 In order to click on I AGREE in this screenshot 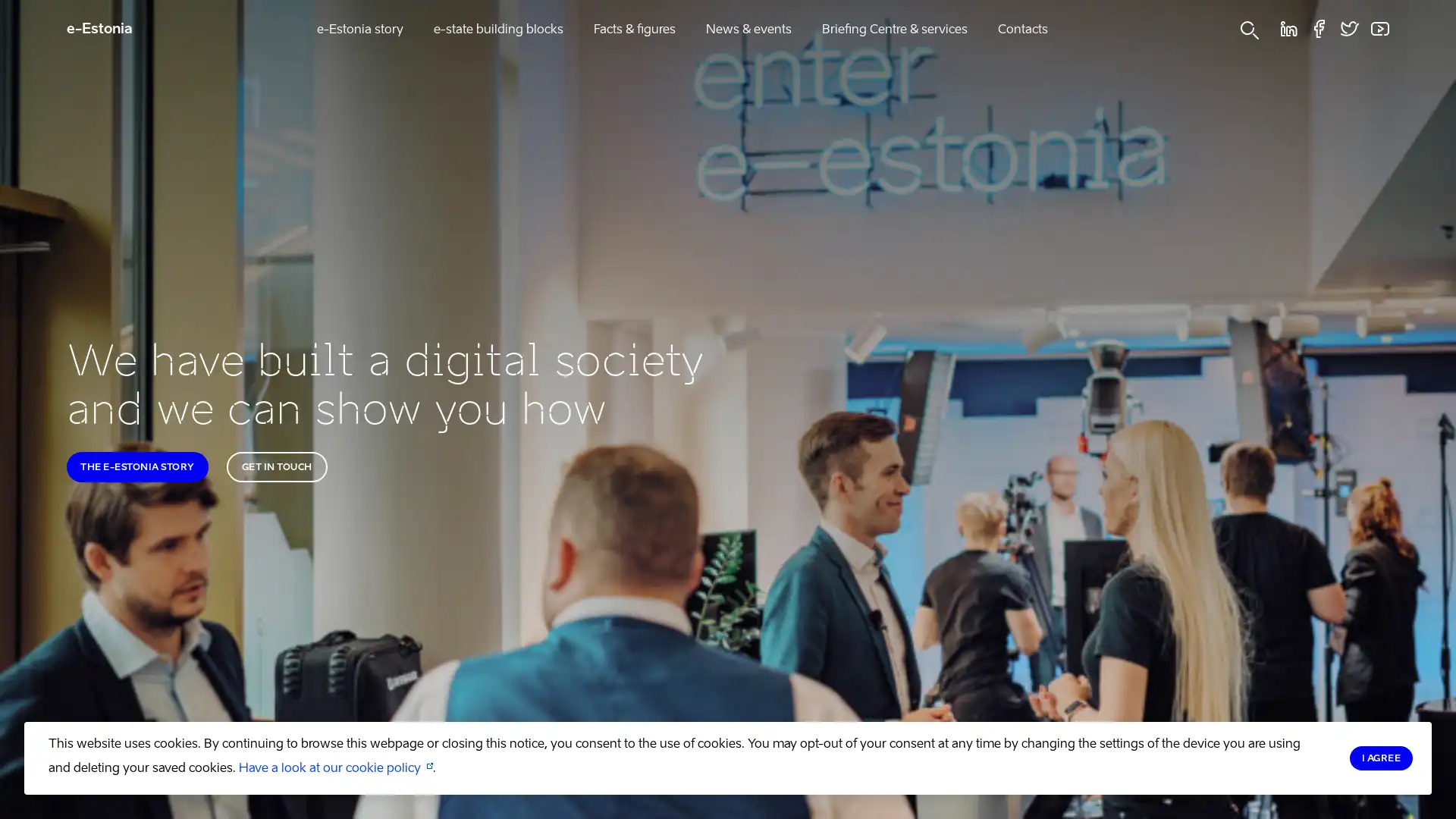, I will do `click(1380, 758)`.